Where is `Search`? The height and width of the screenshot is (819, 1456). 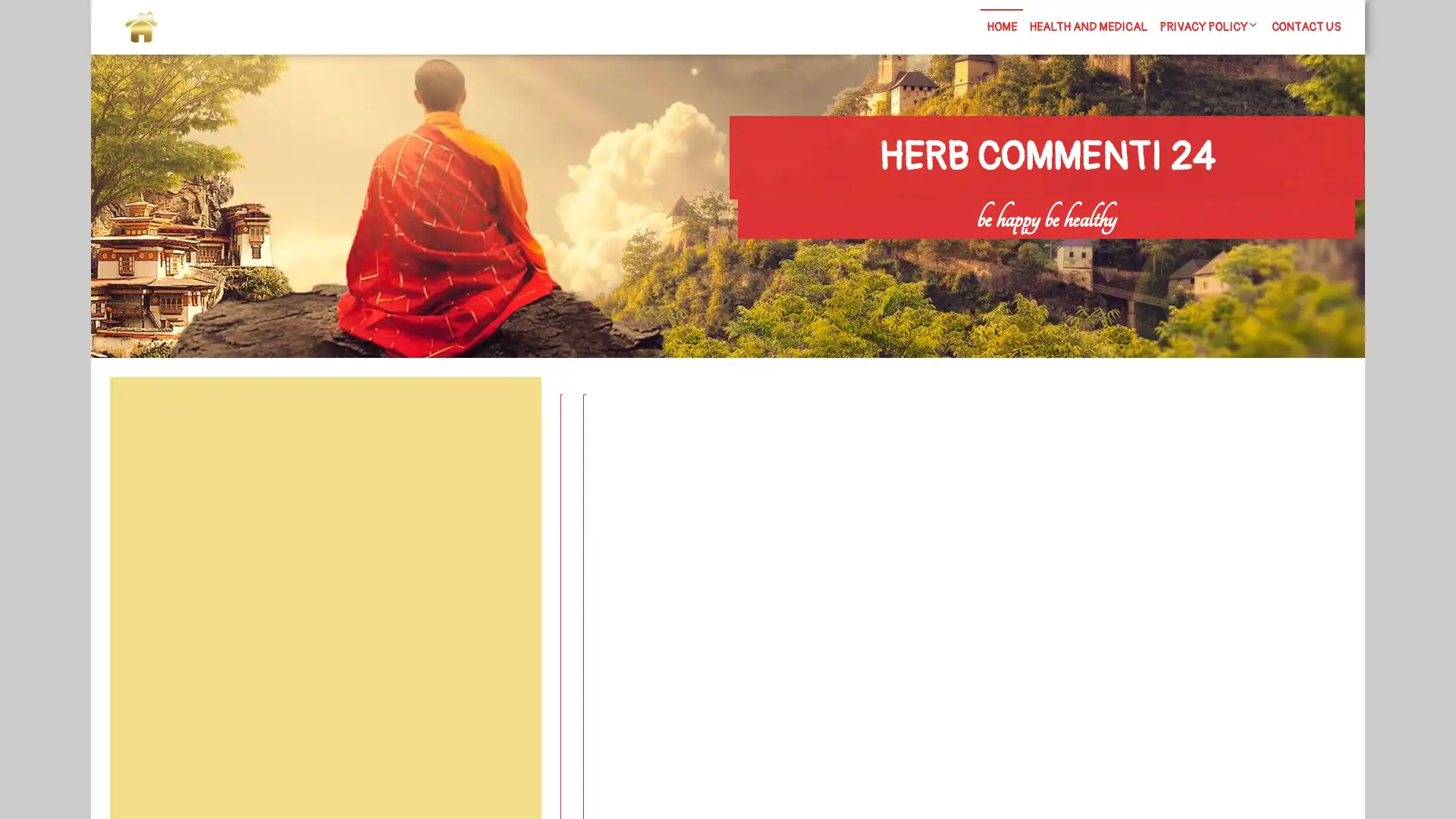 Search is located at coordinates (1181, 248).